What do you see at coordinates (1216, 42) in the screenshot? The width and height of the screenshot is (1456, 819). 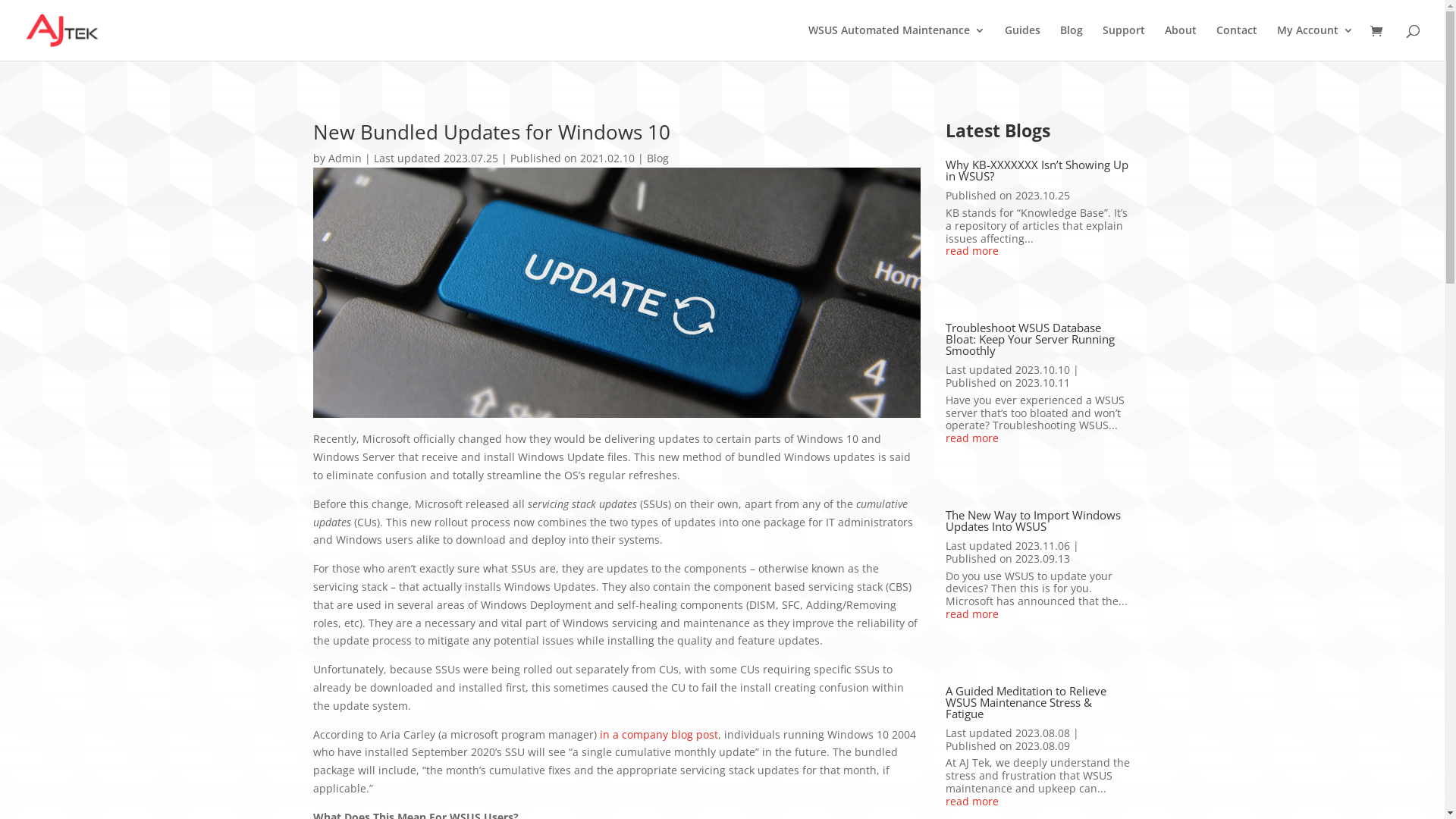 I see `'Contact'` at bounding box center [1216, 42].